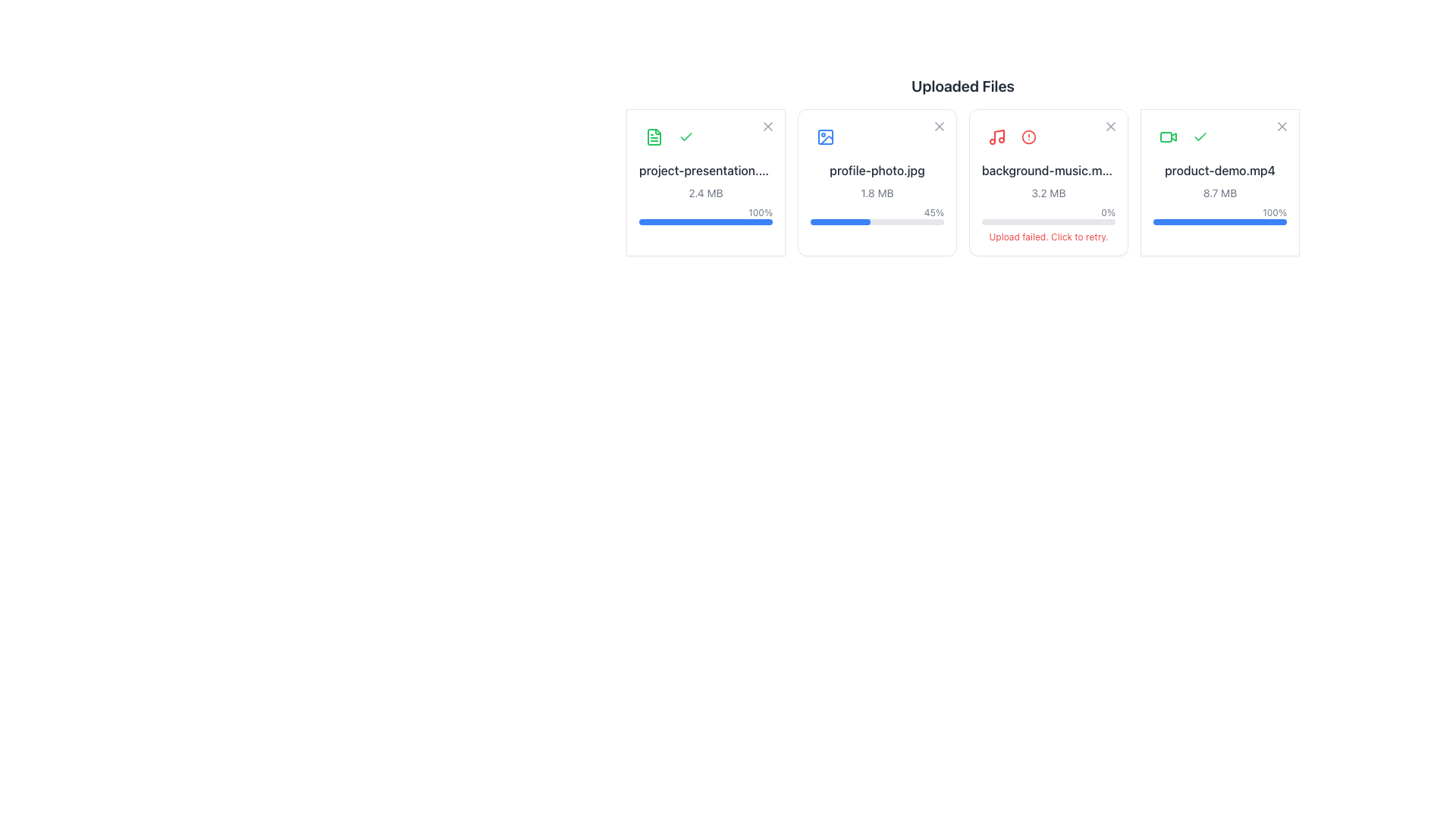 The height and width of the screenshot is (819, 1456). What do you see at coordinates (938, 127) in the screenshot?
I see `the small 'X' button located at the upper-right corner of the card displaying 'profile-photo.jpg'` at bounding box center [938, 127].